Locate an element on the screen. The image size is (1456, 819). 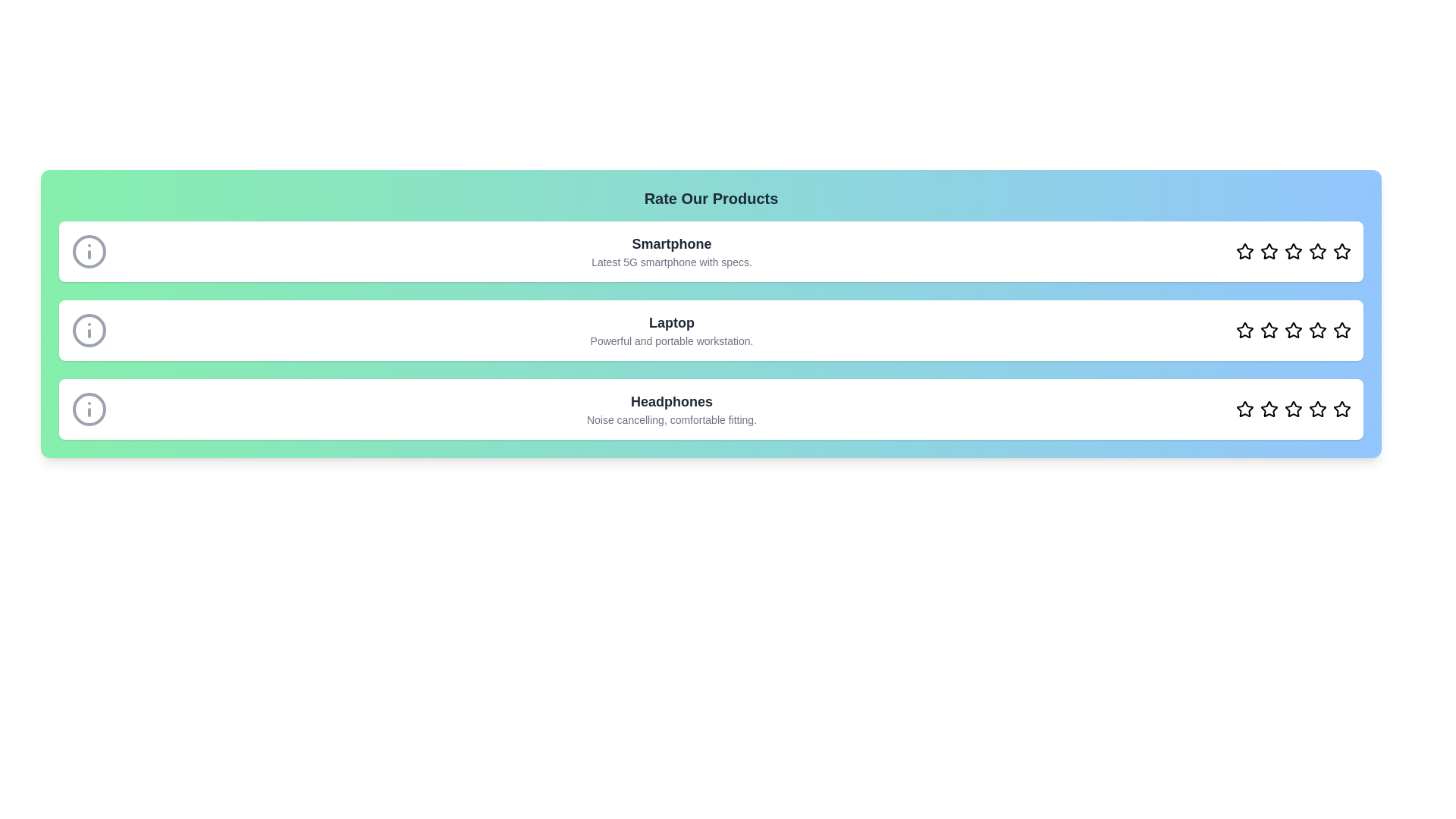
the second star-shaped rating icon in the rating widget for the 'Laptop' category is located at coordinates (1269, 329).